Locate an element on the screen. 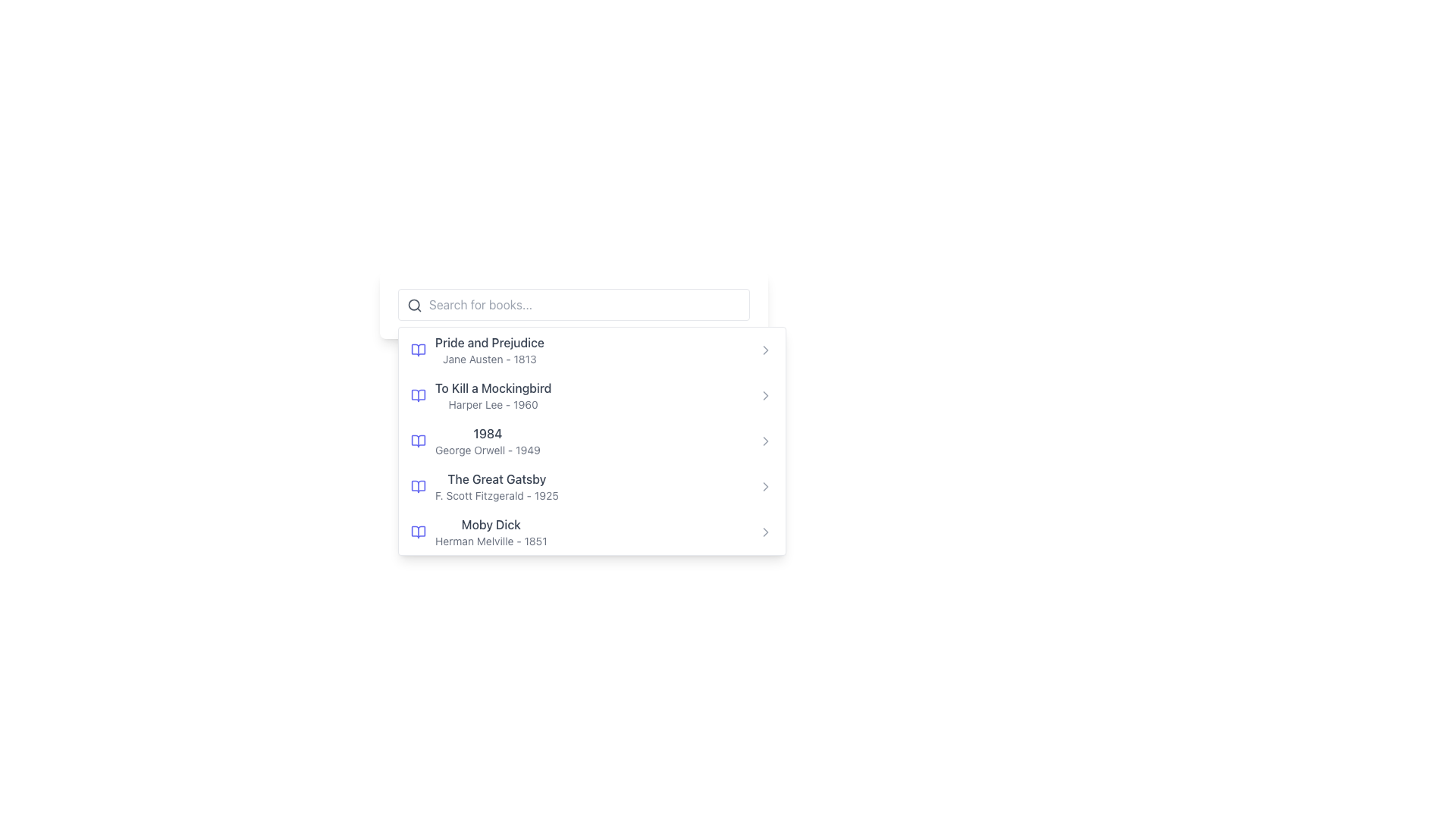 The width and height of the screenshot is (1456, 819). the text block displaying 'To Kill a Mockingbird' is located at coordinates (493, 394).